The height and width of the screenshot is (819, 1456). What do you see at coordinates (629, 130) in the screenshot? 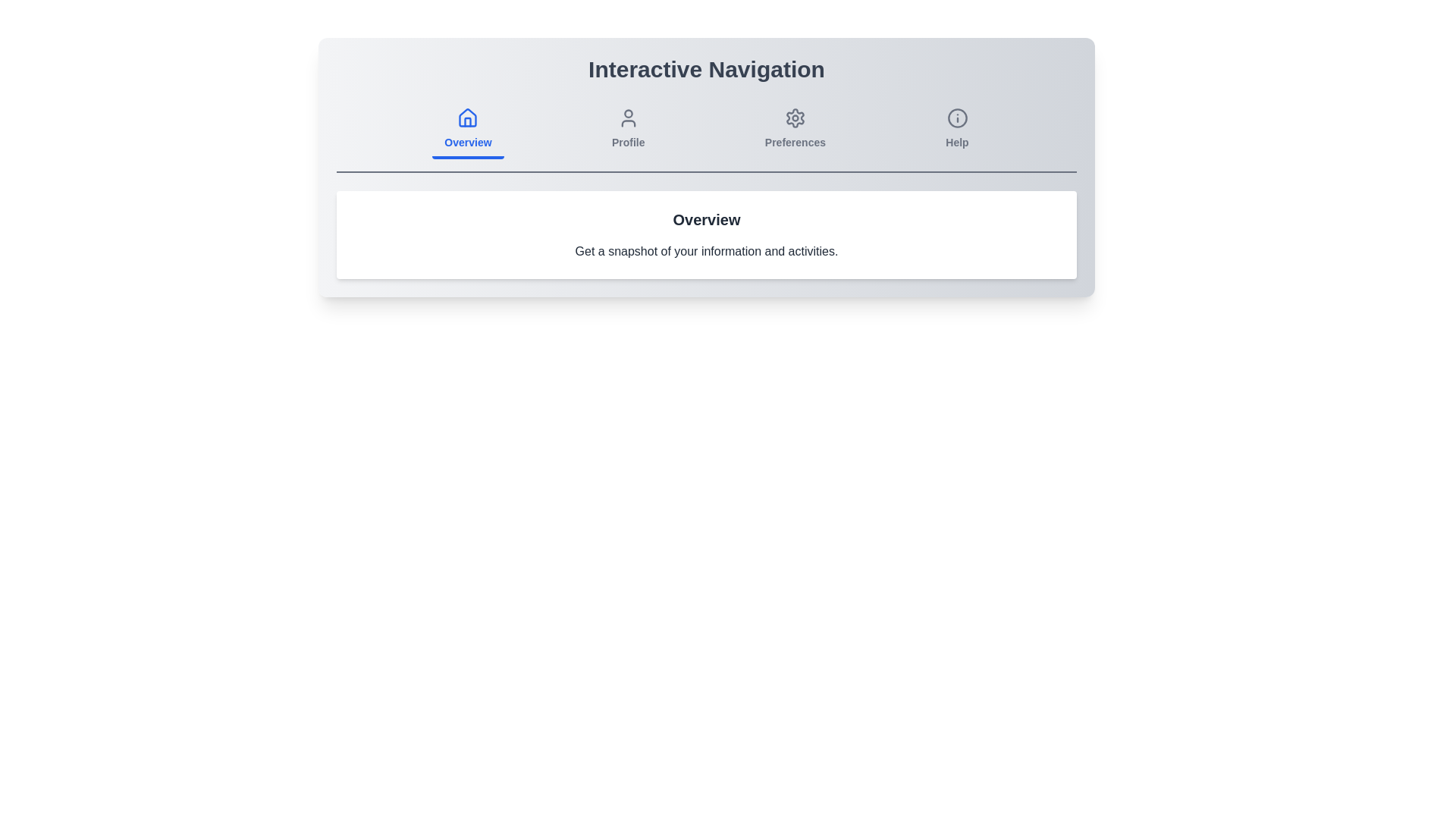
I see `the Profile tab icon to see the hover effect` at bounding box center [629, 130].